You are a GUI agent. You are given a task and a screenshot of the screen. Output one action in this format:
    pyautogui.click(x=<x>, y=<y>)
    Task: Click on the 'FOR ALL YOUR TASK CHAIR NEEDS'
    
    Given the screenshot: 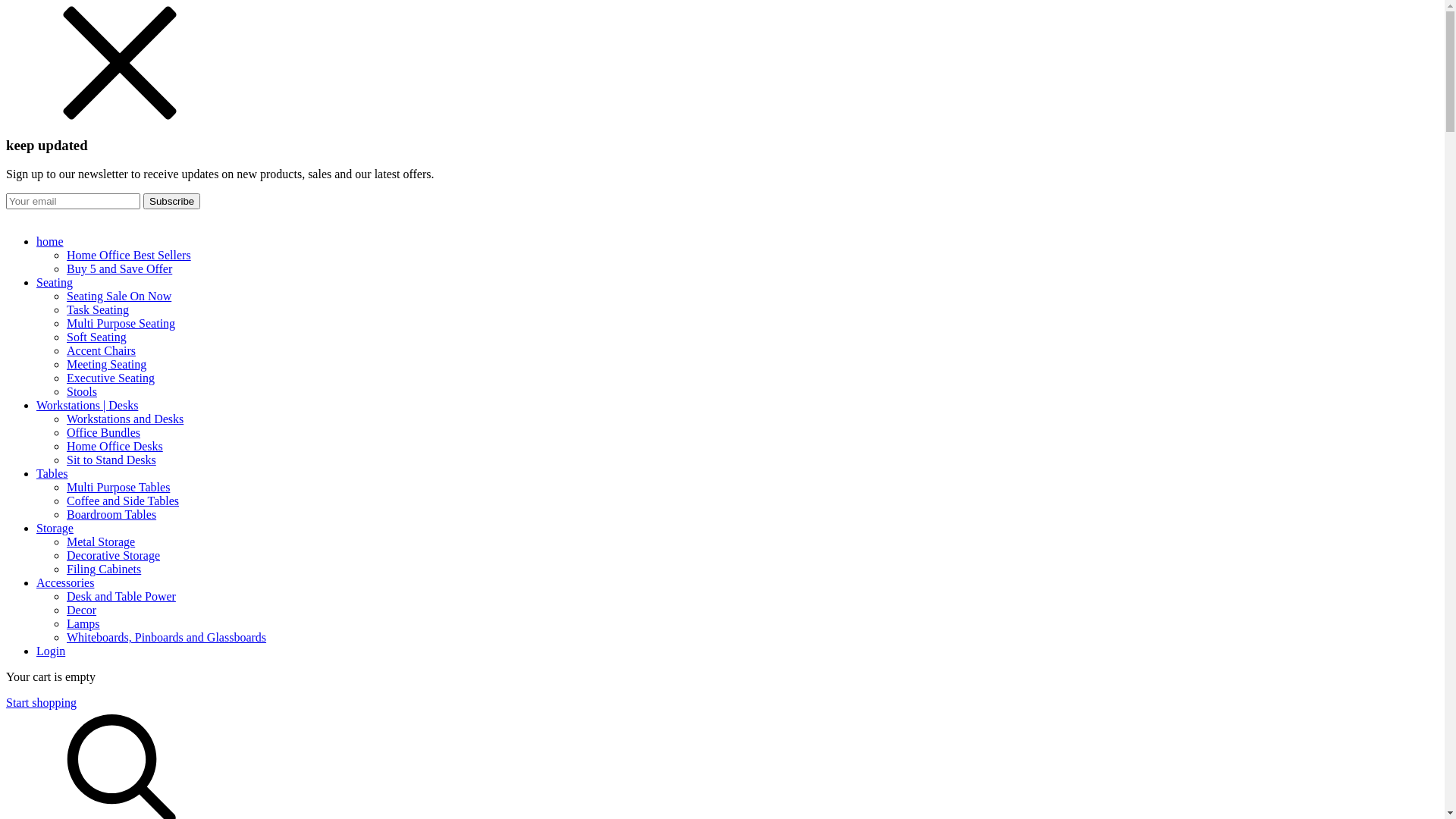 What is the action you would take?
    pyautogui.click(x=721, y=216)
    